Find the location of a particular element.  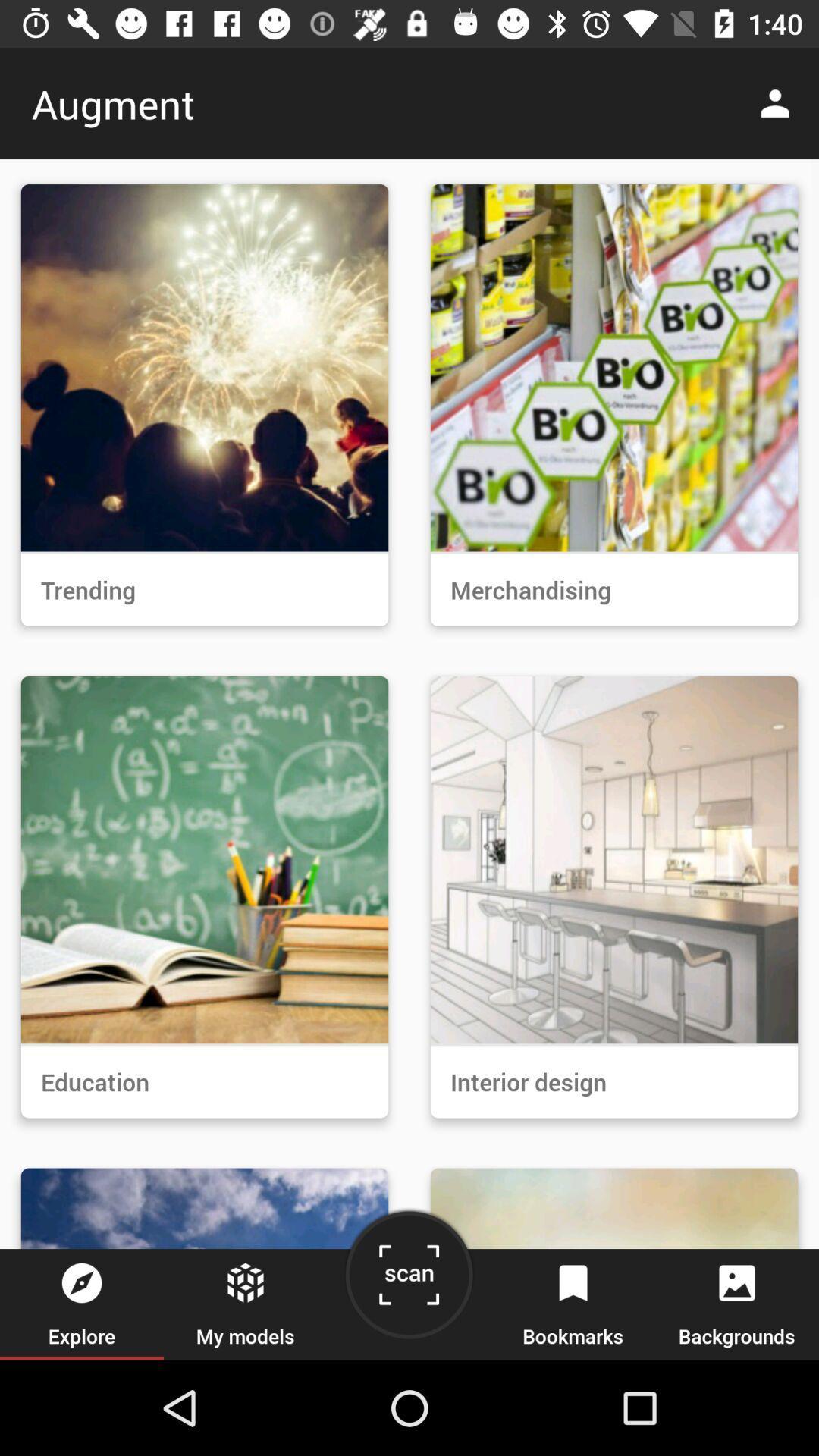

the item next to augment icon is located at coordinates (779, 102).